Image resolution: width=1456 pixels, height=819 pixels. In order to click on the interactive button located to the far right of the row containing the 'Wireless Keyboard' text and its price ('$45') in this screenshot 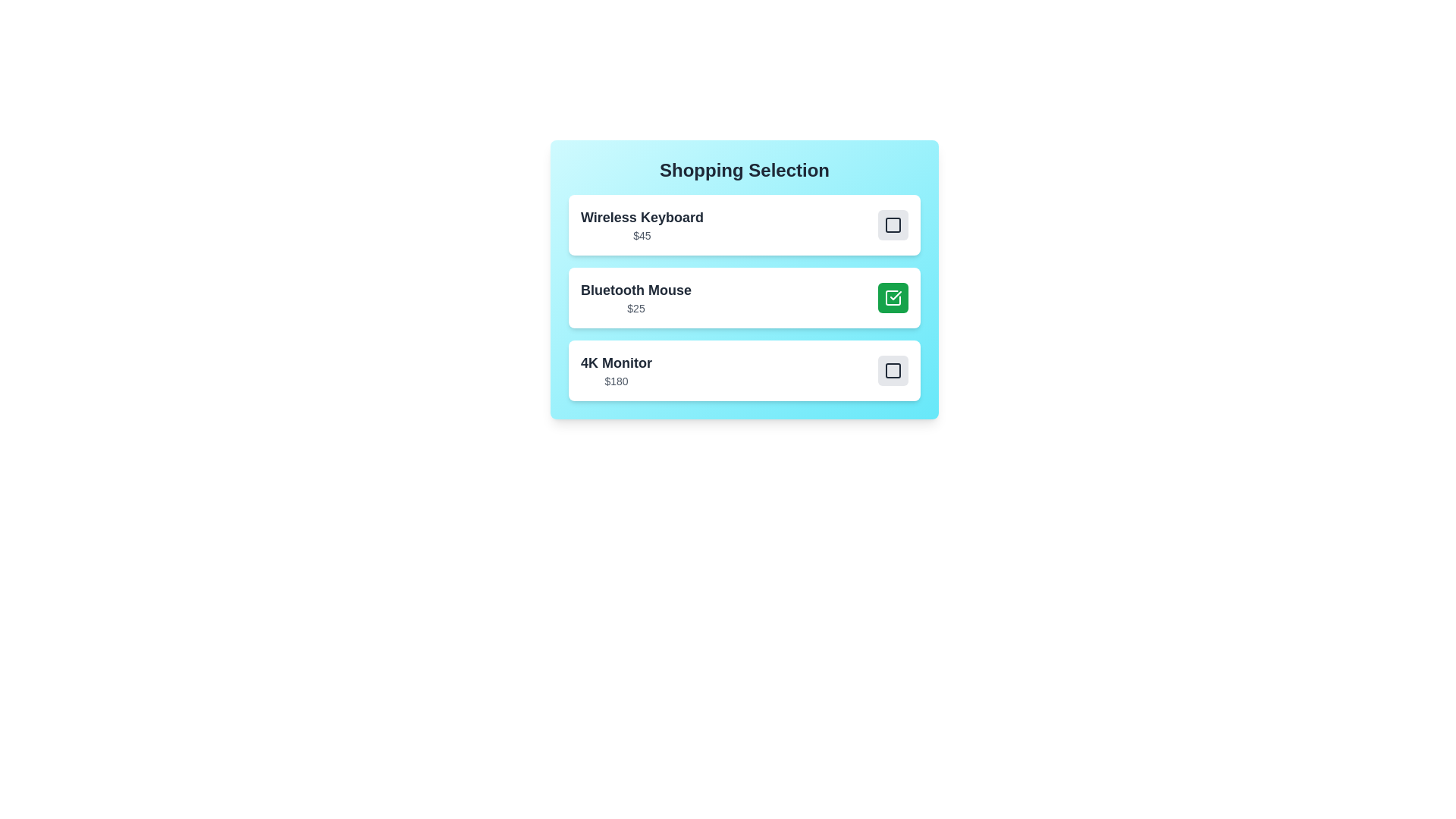, I will do `click(893, 225)`.